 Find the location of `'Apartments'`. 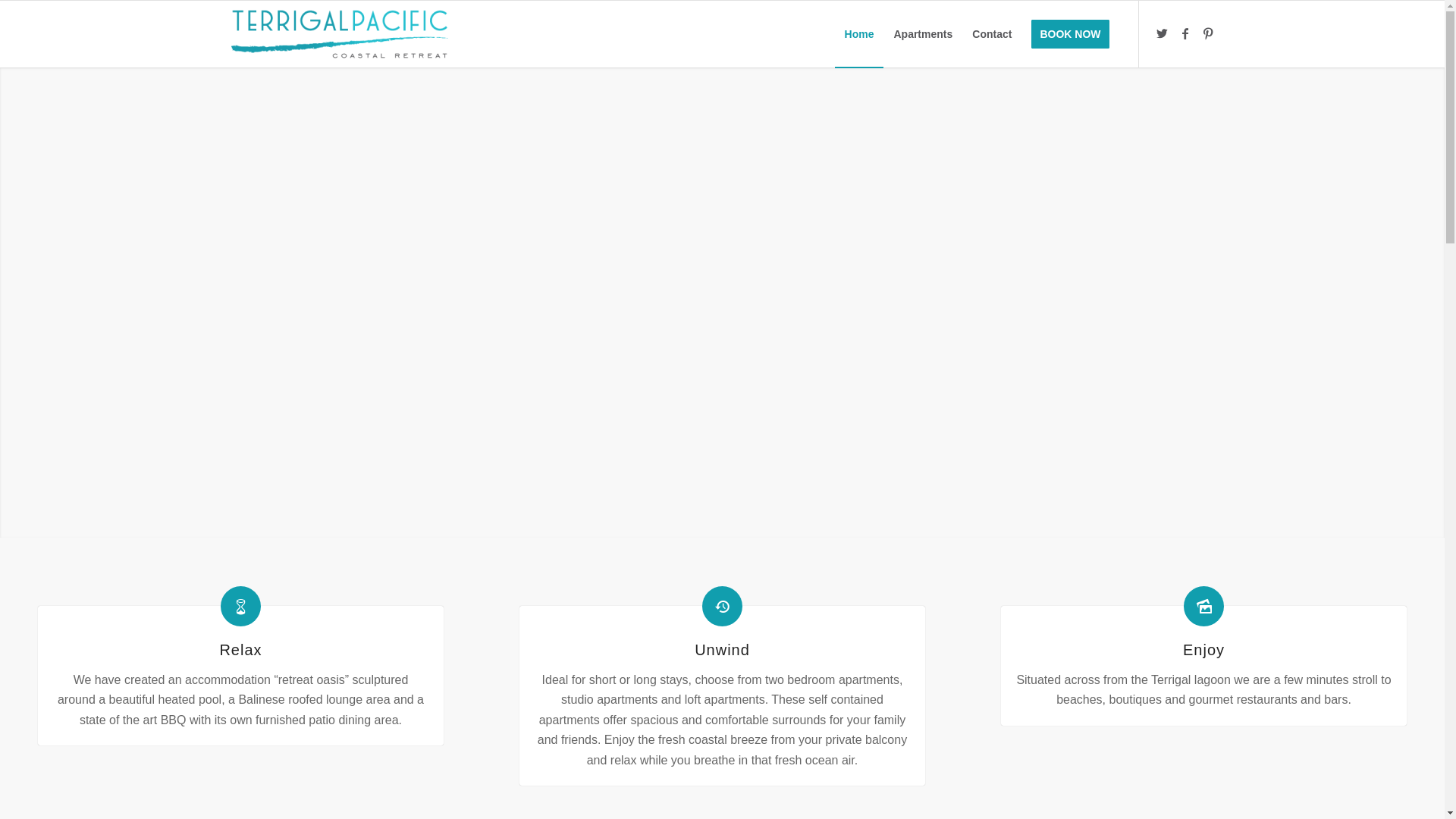

'Apartments' is located at coordinates (922, 34).